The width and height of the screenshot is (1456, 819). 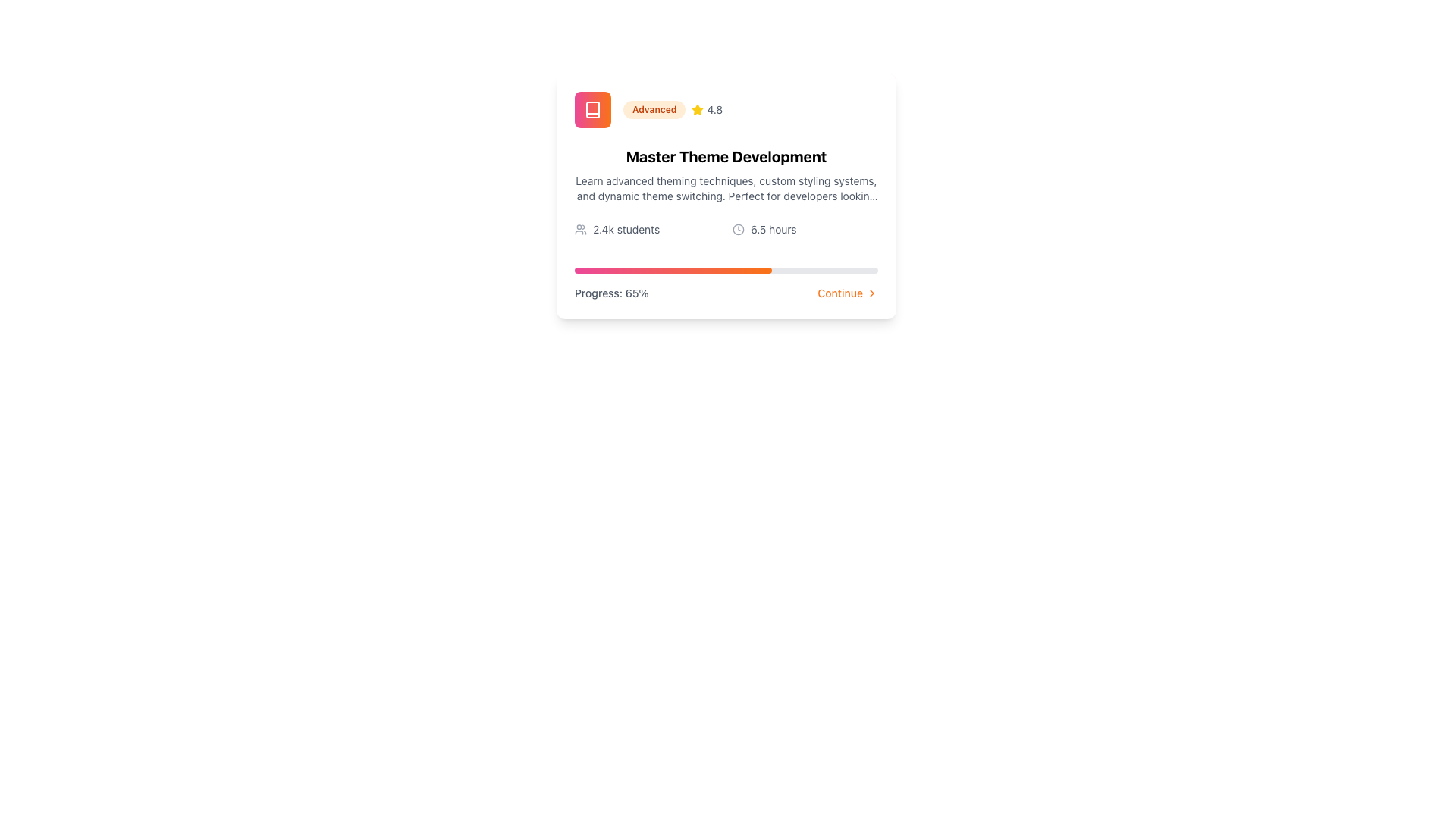 What do you see at coordinates (580, 230) in the screenshot?
I see `the gray SVG icon depicting user silhouettes, which represents a group or community, located to the left of the text label '2.4k students'` at bounding box center [580, 230].